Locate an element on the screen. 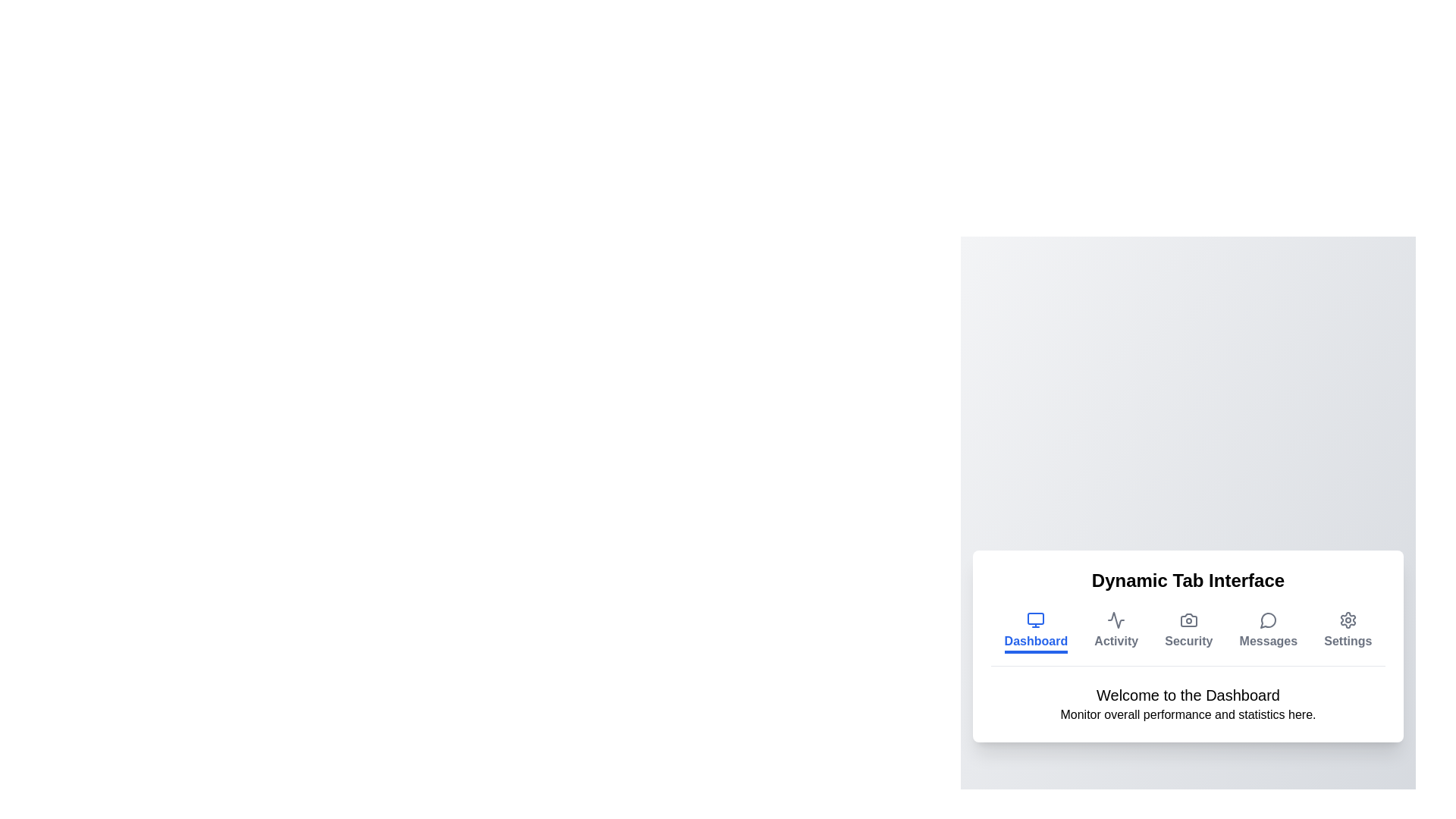 The width and height of the screenshot is (1456, 819). the third tab labeled 'Security' in the multi-tab toolbar is located at coordinates (1187, 638).